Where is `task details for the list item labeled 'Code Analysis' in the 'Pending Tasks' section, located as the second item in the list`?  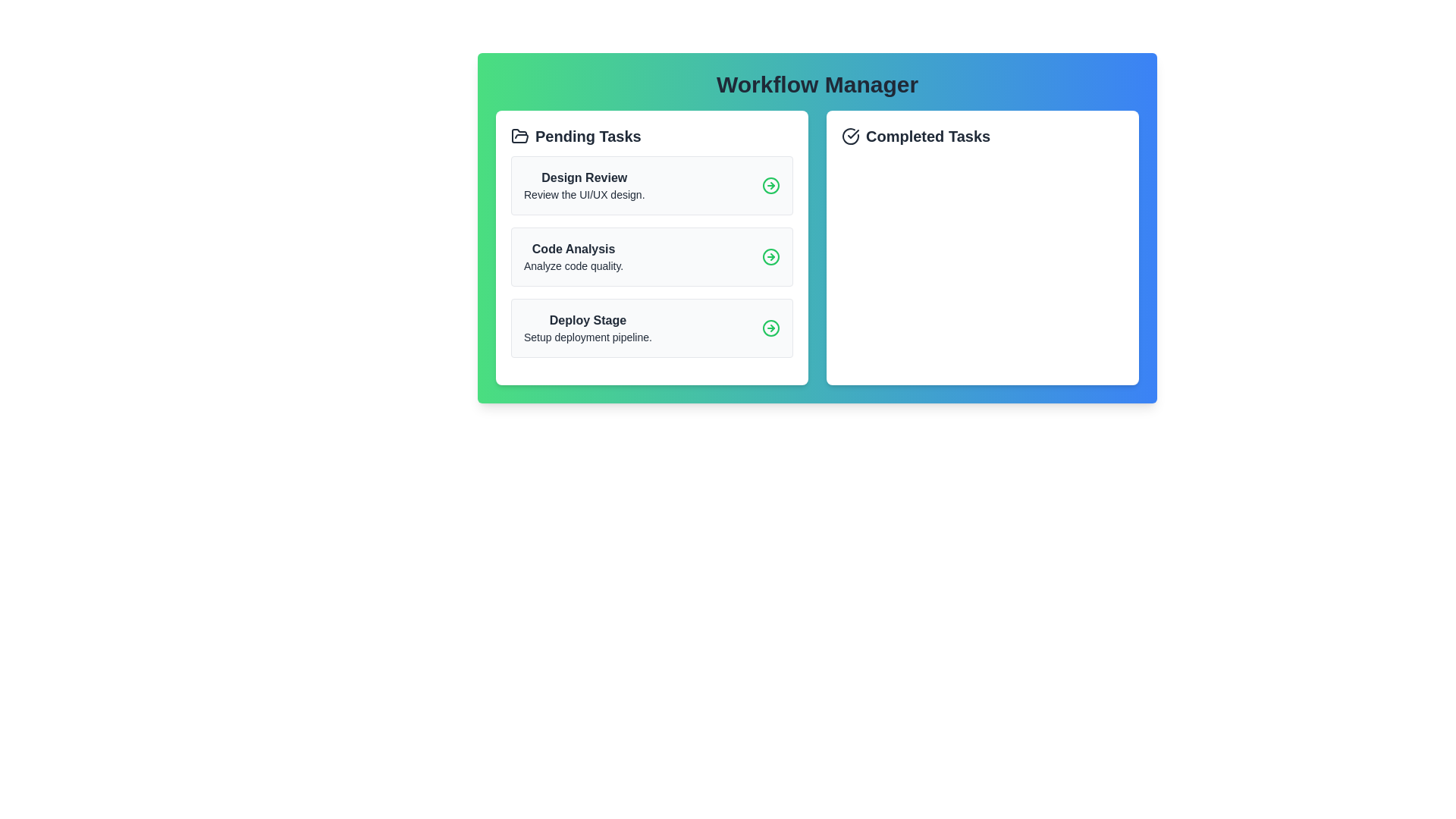
task details for the list item labeled 'Code Analysis' in the 'Pending Tasks' section, located as the second item in the list is located at coordinates (651, 256).